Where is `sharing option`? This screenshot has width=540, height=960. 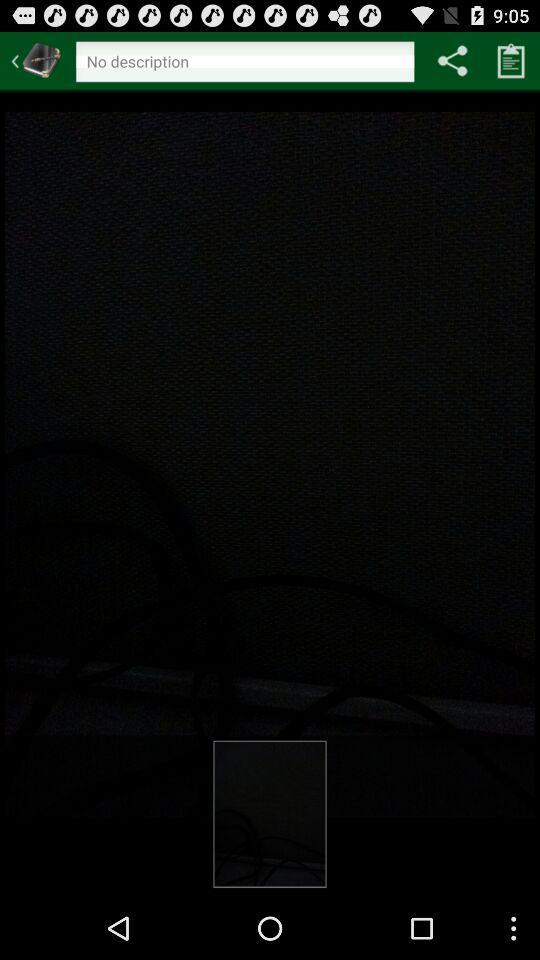 sharing option is located at coordinates (452, 59).